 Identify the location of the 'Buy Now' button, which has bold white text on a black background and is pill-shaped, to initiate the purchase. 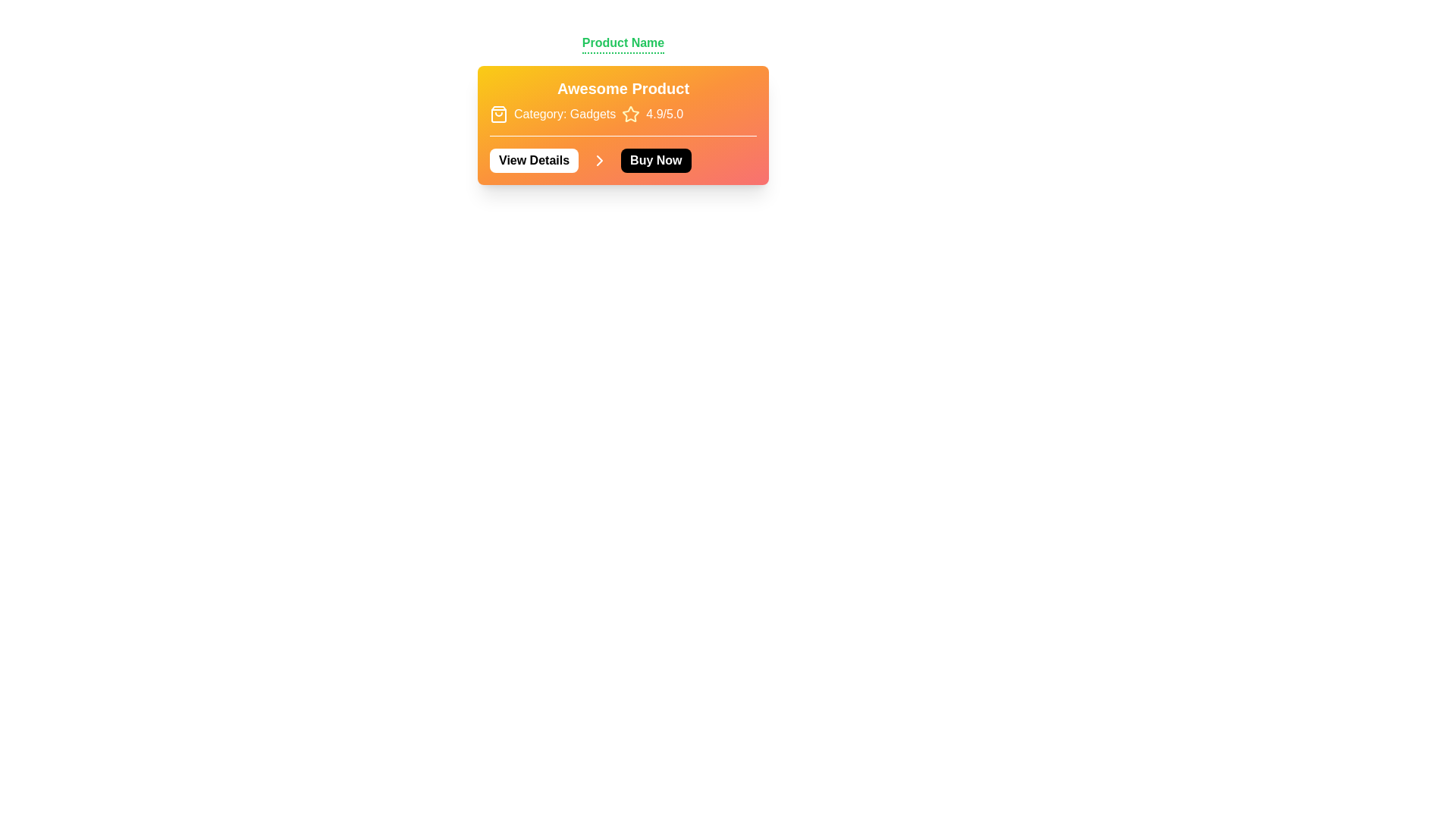
(655, 161).